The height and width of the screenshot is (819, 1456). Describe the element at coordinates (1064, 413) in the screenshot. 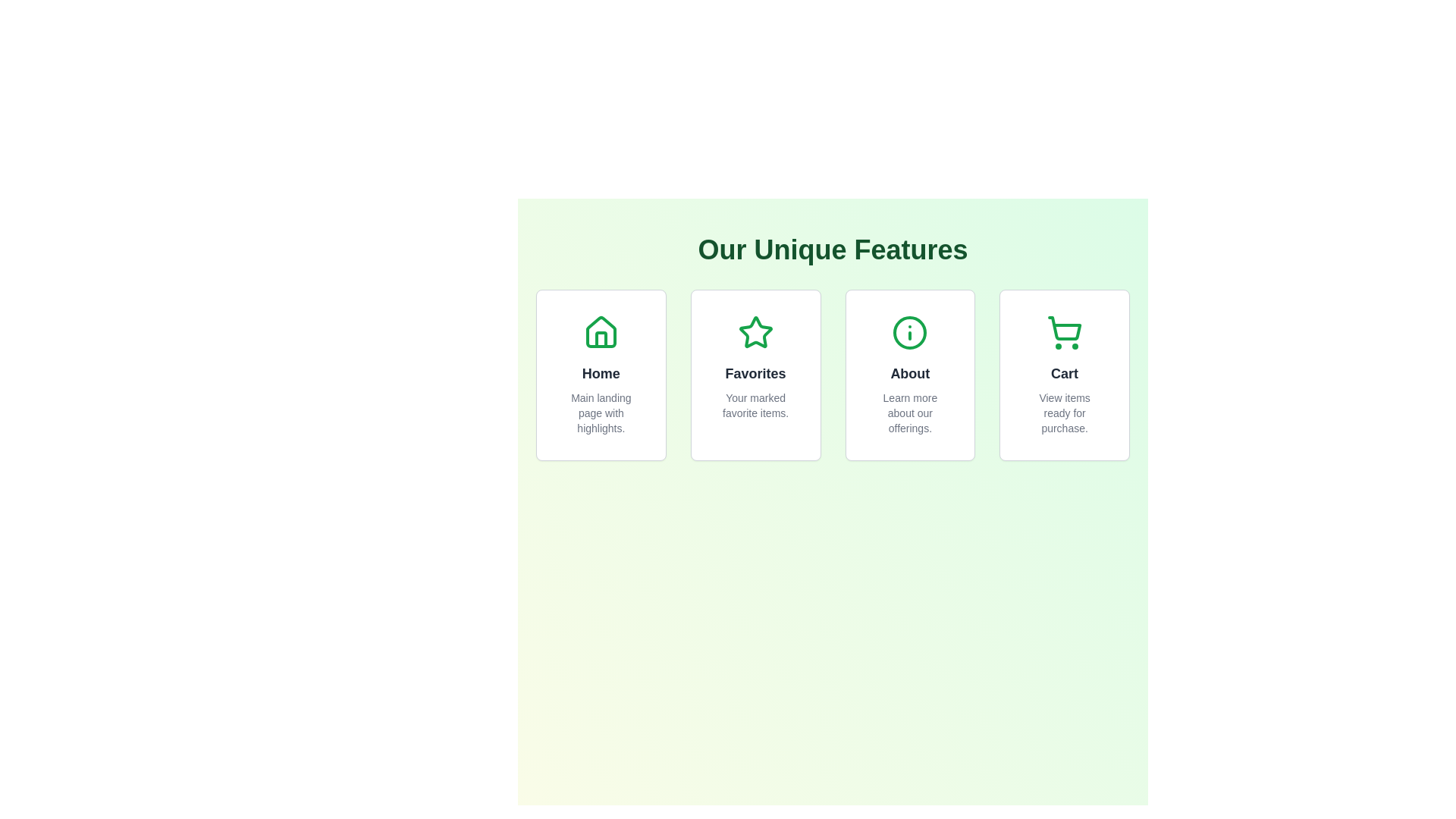

I see `the text description label that contains 'View items ready for purchase.' located beneath the 'Cart' label in a card layout` at that location.